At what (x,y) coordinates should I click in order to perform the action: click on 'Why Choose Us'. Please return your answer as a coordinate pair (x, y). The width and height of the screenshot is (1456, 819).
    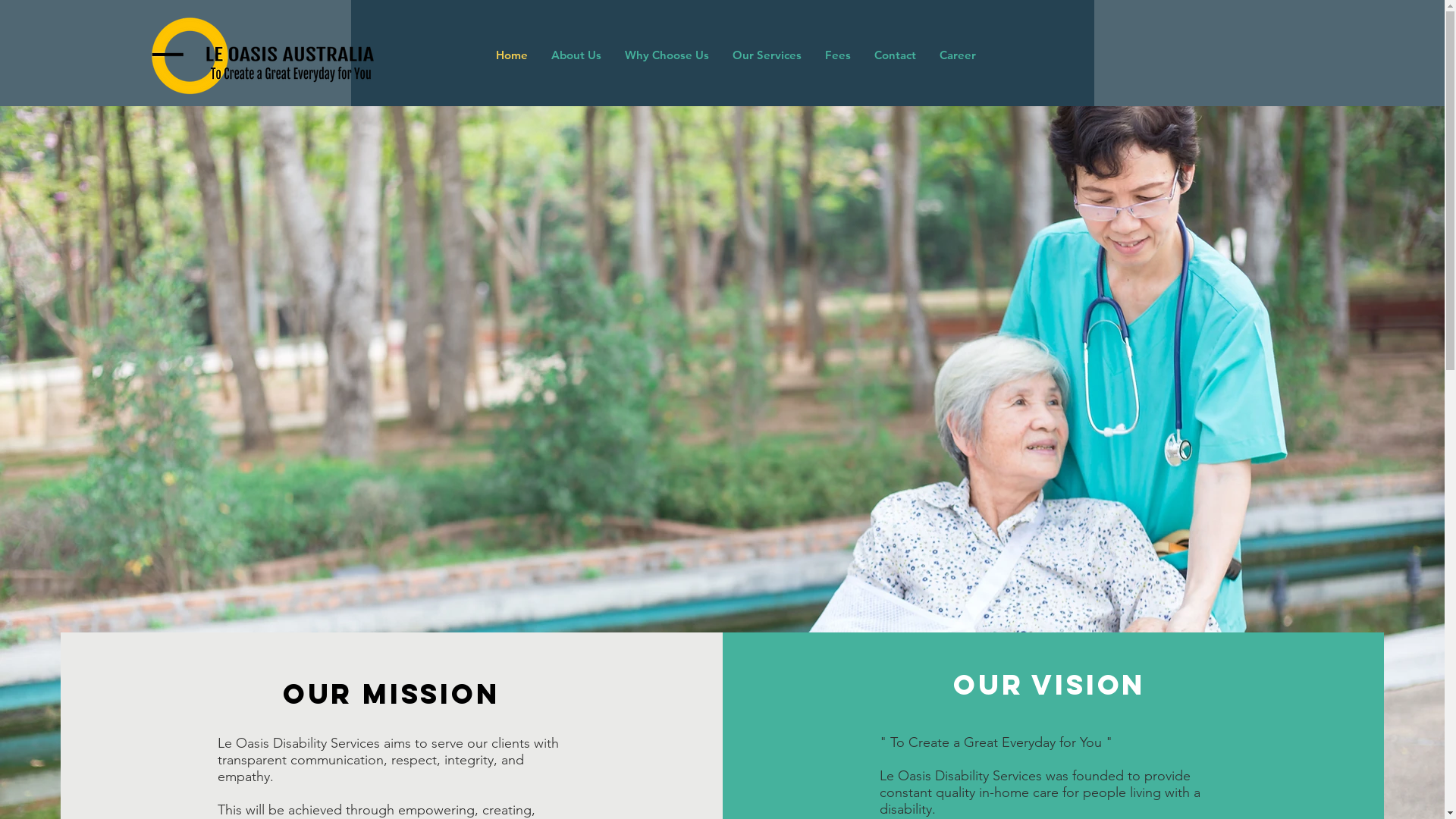
    Looking at the image, I should click on (666, 55).